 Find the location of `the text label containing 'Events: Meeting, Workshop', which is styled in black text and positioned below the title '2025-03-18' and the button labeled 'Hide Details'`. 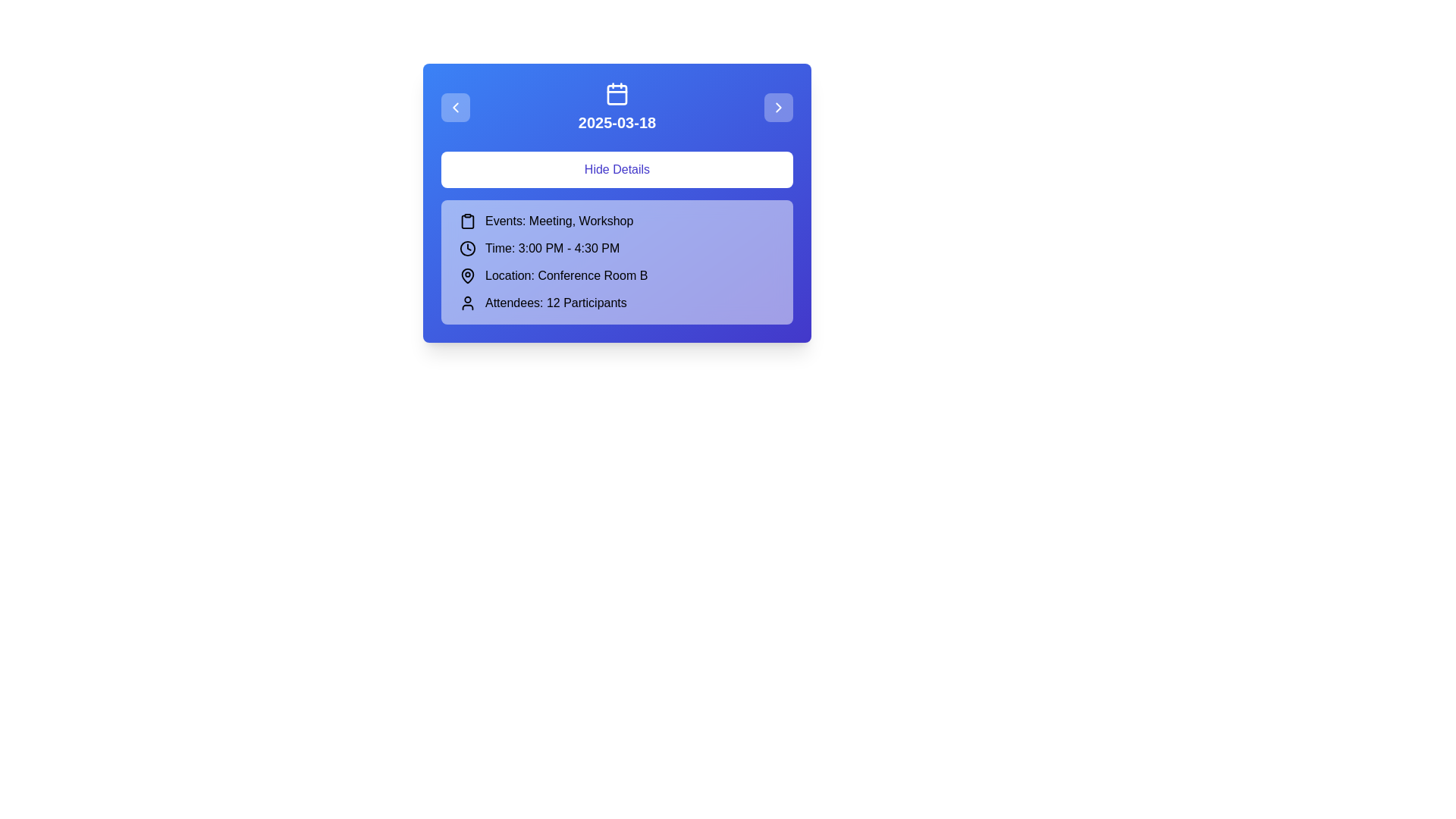

the text label containing 'Events: Meeting, Workshop', which is styled in black text and positioned below the title '2025-03-18' and the button labeled 'Hide Details' is located at coordinates (558, 221).